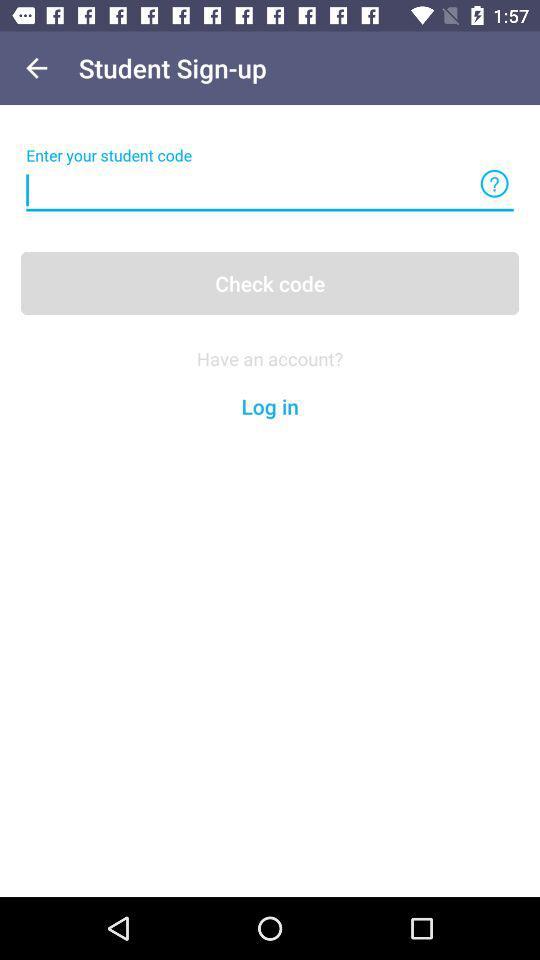  What do you see at coordinates (493, 183) in the screenshot?
I see `open help options` at bounding box center [493, 183].